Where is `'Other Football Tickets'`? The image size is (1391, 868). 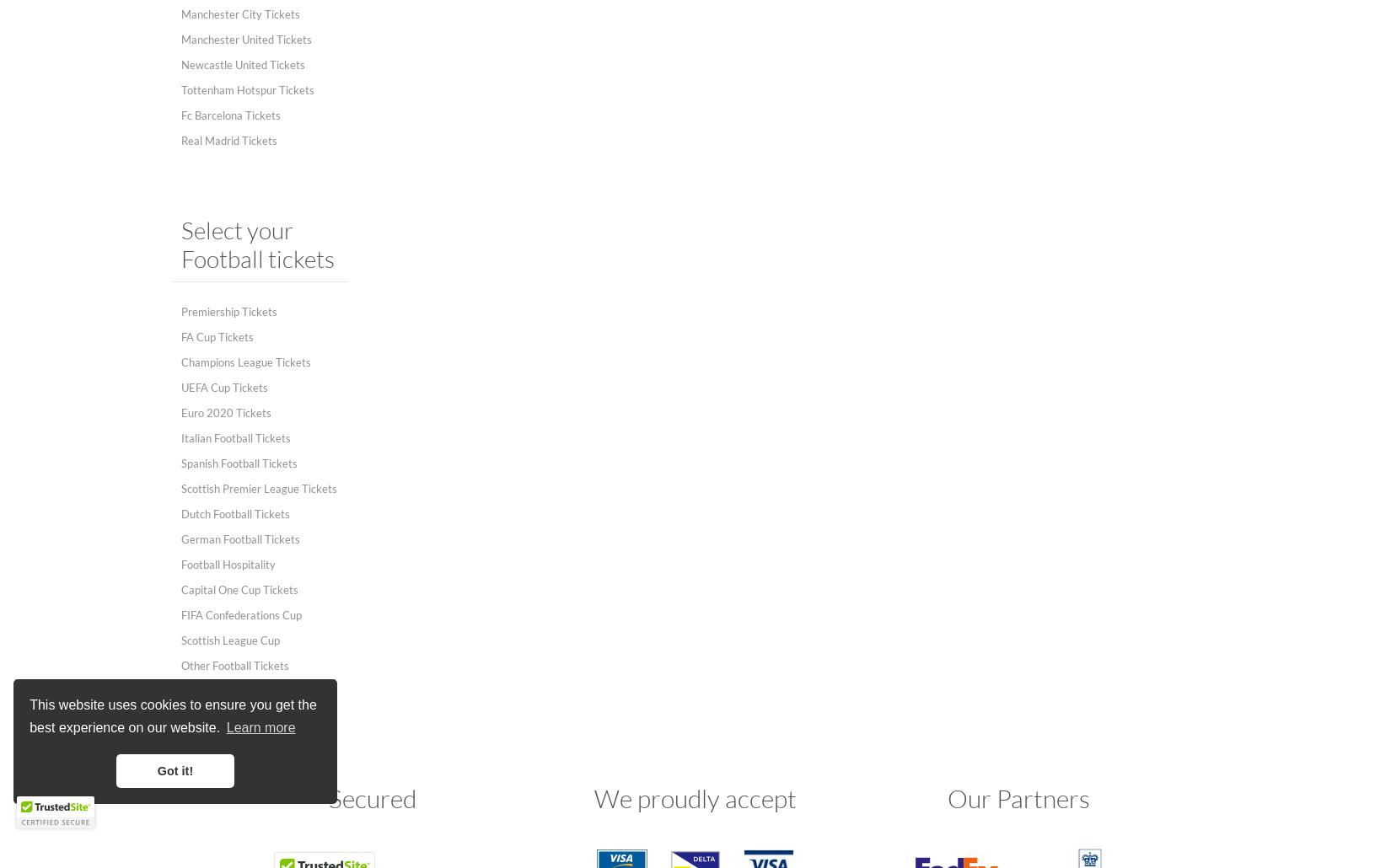
'Other Football Tickets' is located at coordinates (235, 665).